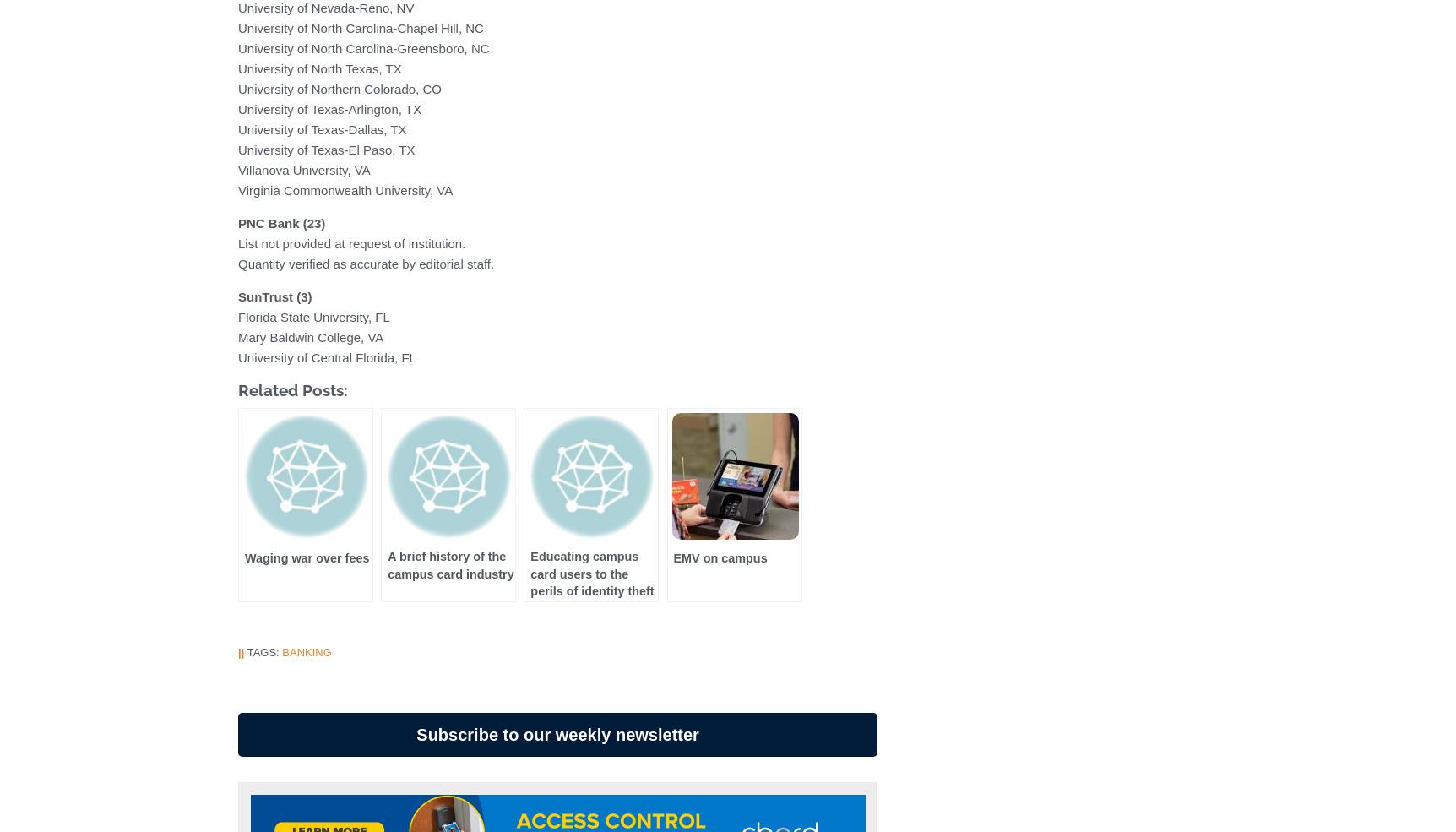  I want to click on 'TAGS:', so click(243, 652).